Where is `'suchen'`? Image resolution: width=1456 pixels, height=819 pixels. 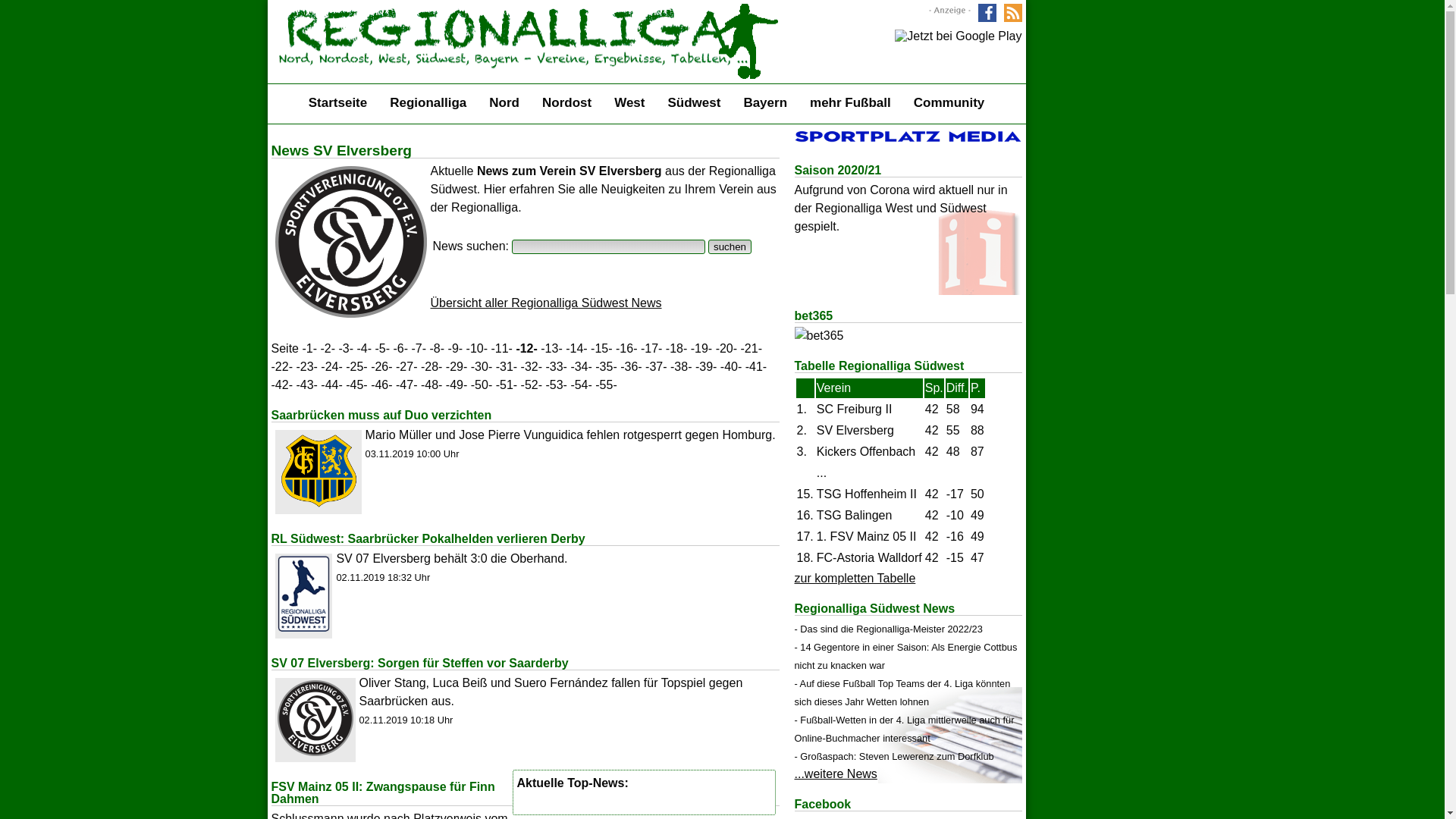 'suchen' is located at coordinates (730, 246).